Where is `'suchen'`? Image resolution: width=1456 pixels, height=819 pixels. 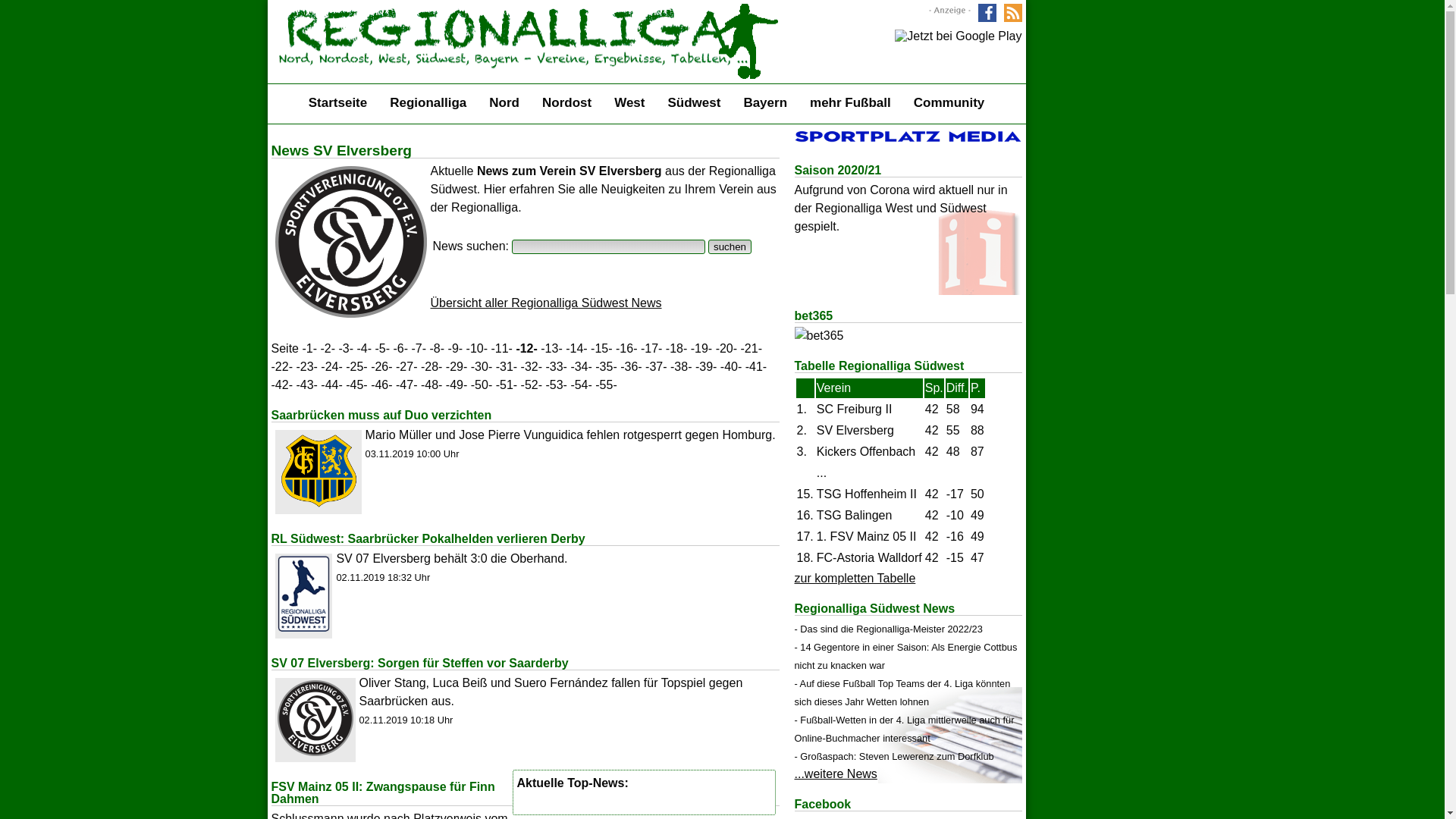 'suchen' is located at coordinates (730, 246).